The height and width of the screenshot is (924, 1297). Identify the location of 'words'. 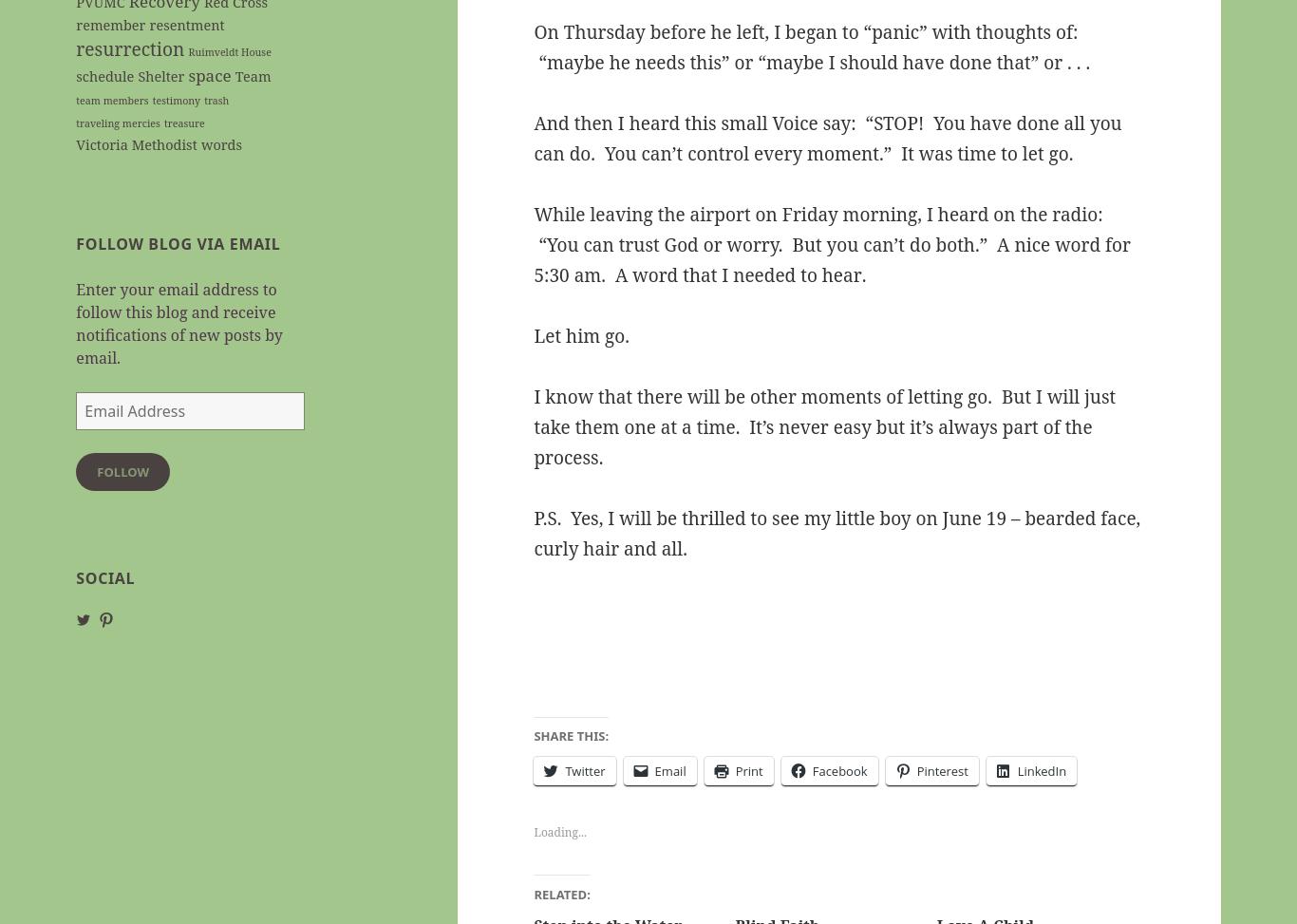
(199, 144).